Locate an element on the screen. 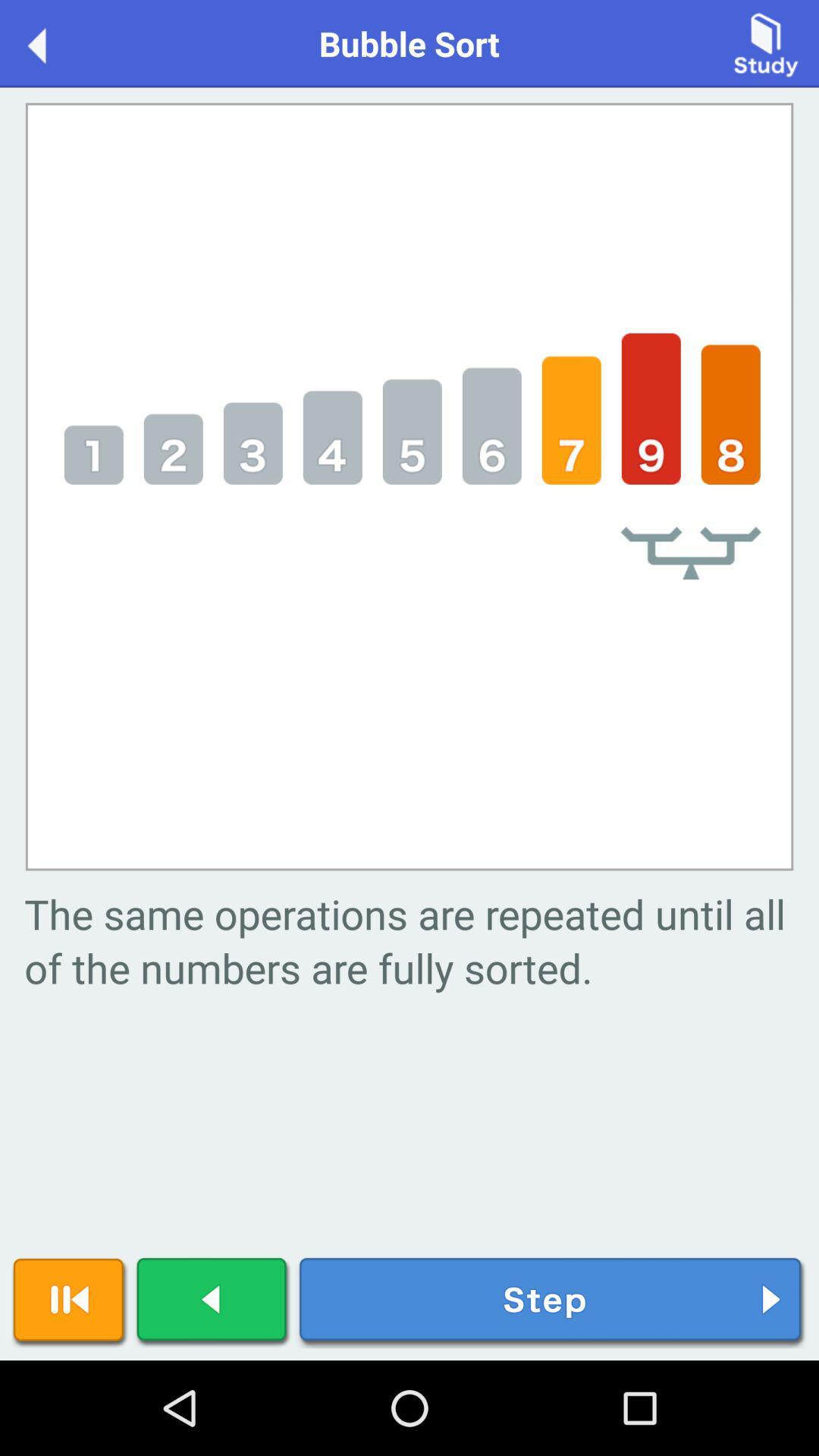  pause operation is located at coordinates (70, 1302).